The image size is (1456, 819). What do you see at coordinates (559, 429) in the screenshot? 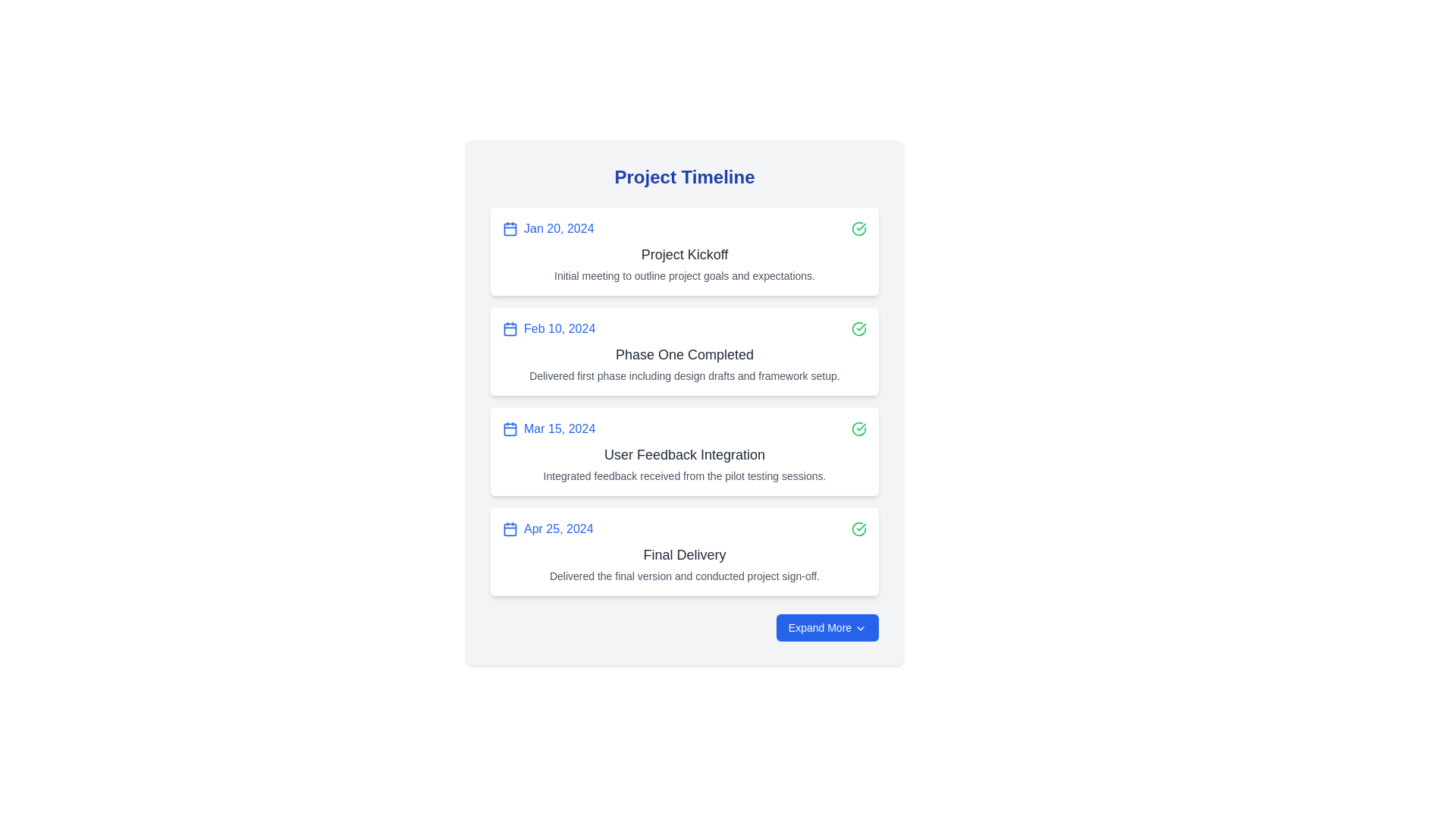
I see `the text label displaying 'Mar 15, 2024' in blue, located in the 'User Feedback Integration' timeline entry, adjacent to a calendar icon` at bounding box center [559, 429].